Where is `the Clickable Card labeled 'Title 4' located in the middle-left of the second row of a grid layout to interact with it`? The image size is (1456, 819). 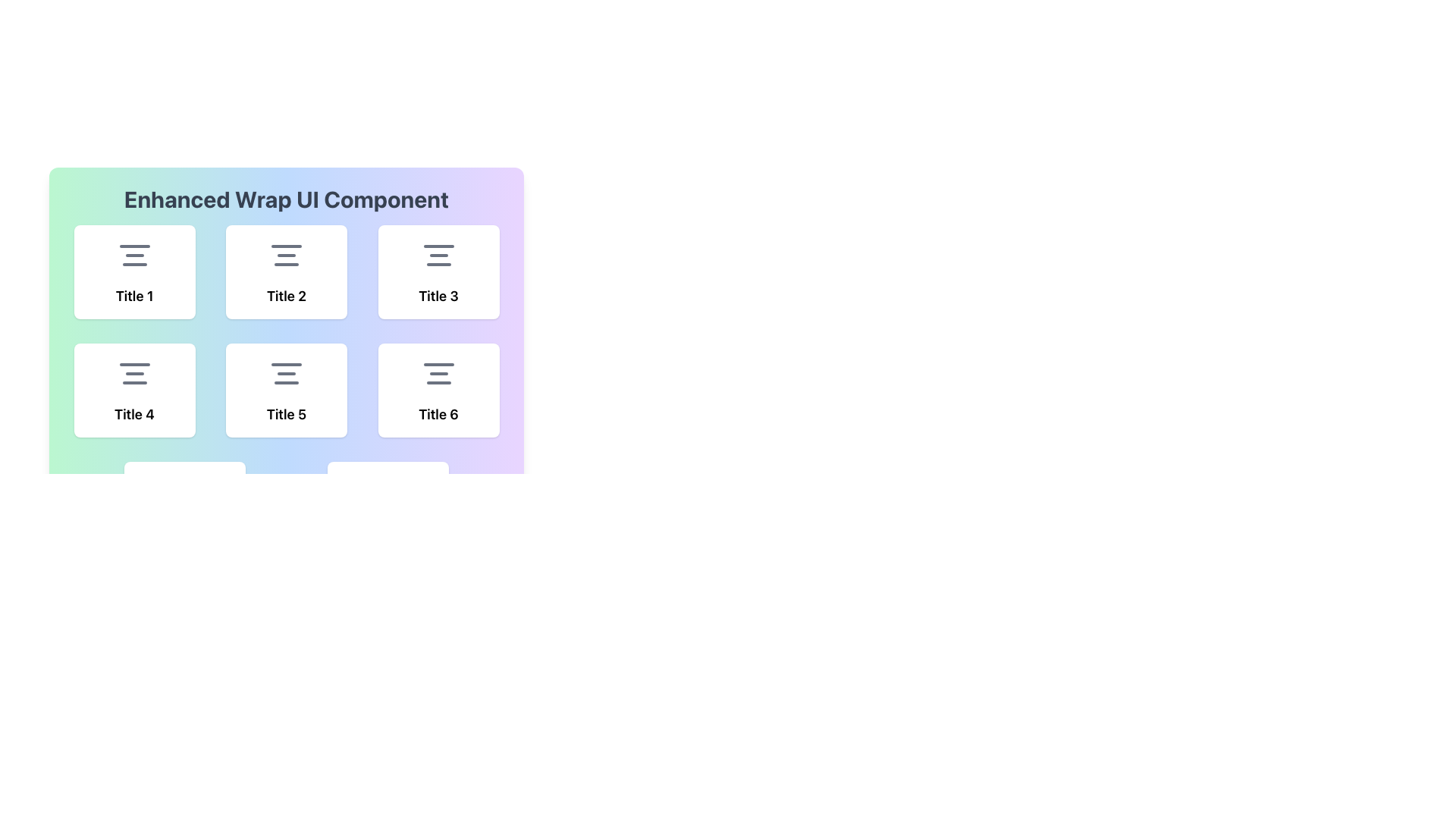
the Clickable Card labeled 'Title 4' located in the middle-left of the second row of a grid layout to interact with it is located at coordinates (134, 390).